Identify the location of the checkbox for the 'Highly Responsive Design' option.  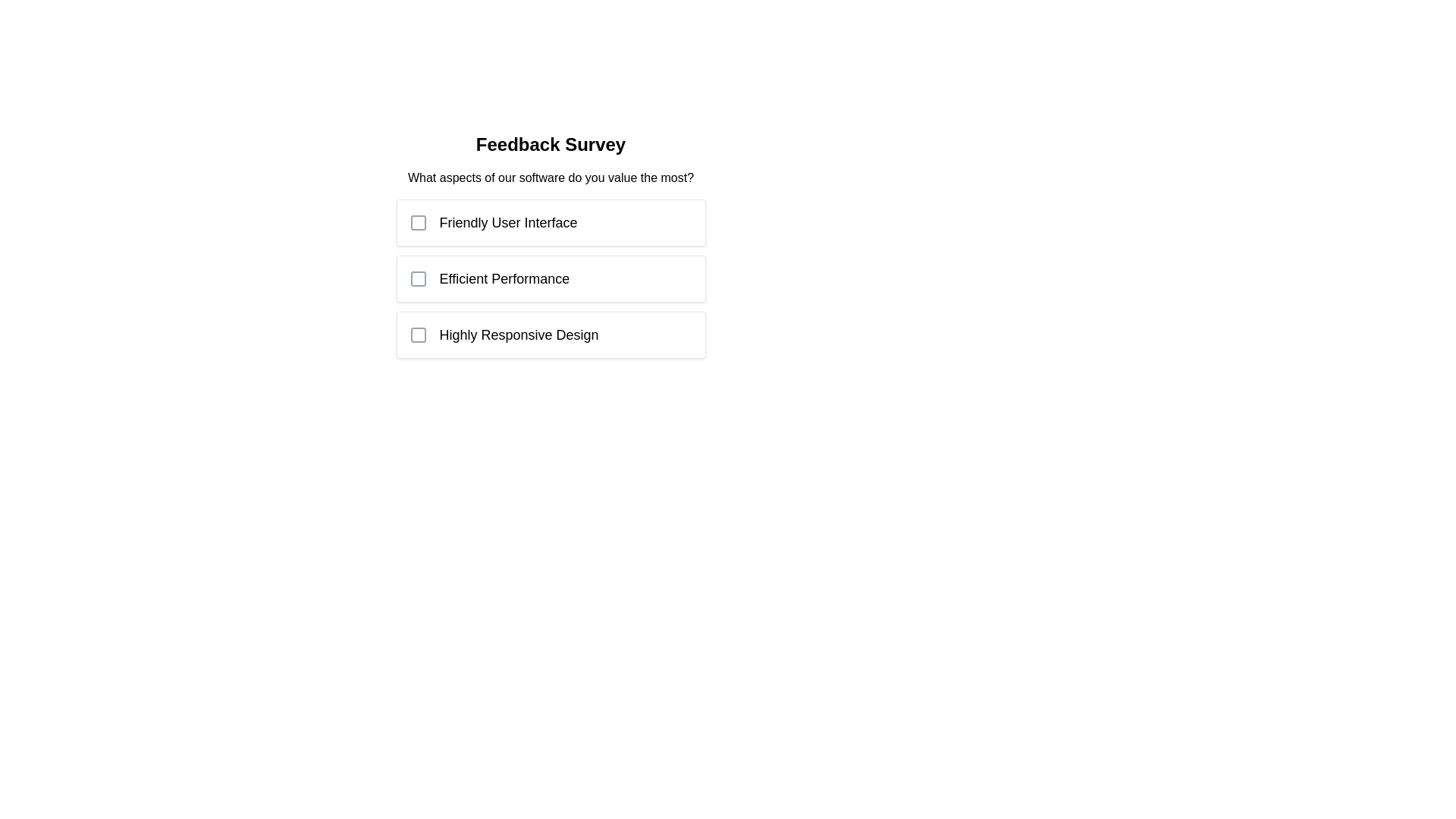
(418, 334).